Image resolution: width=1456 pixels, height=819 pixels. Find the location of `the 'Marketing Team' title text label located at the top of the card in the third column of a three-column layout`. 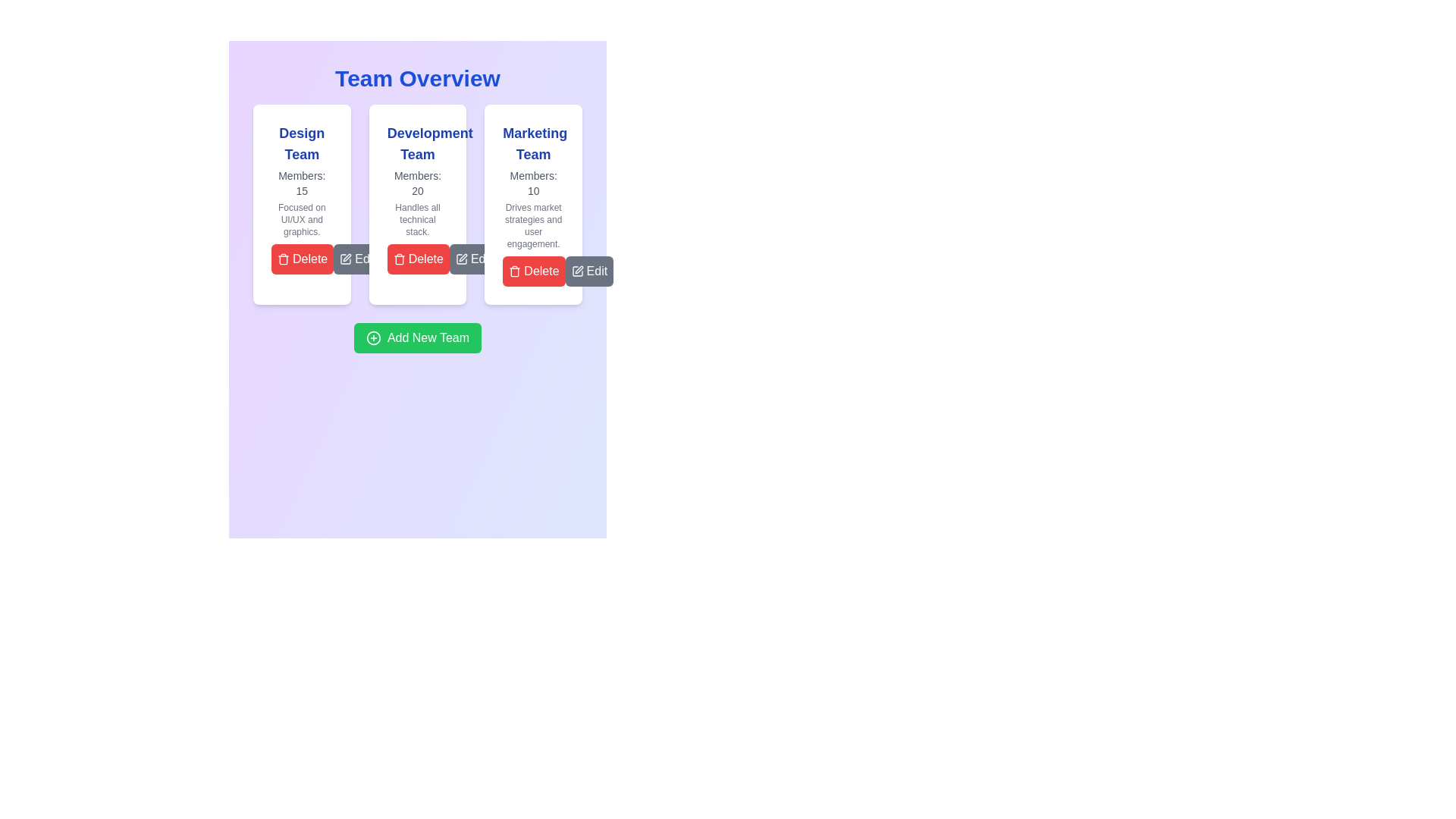

the 'Marketing Team' title text label located at the top of the card in the third column of a three-column layout is located at coordinates (533, 143).